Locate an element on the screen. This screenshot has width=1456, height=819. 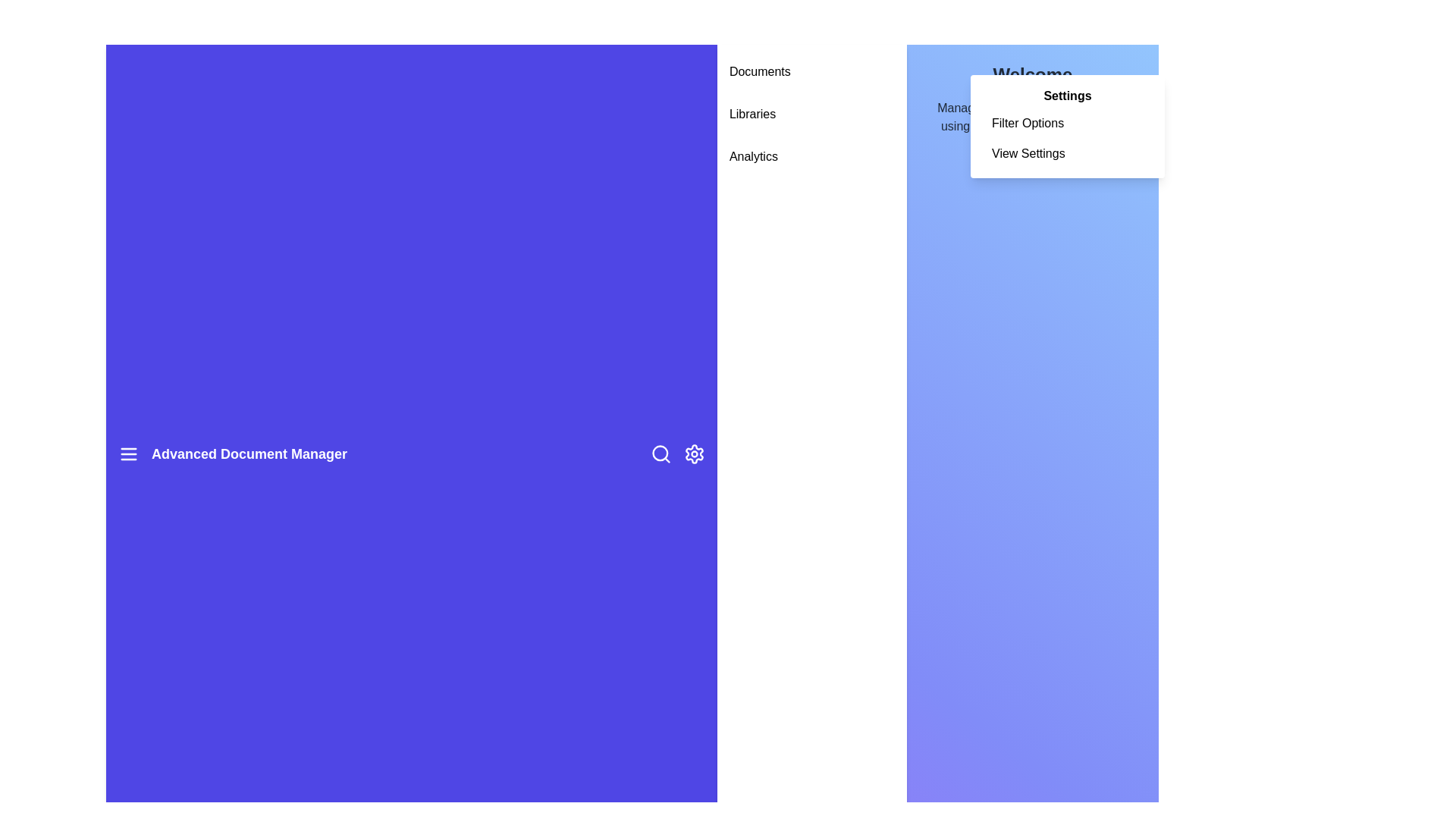
the search icon to initiate a search is located at coordinates (661, 453).